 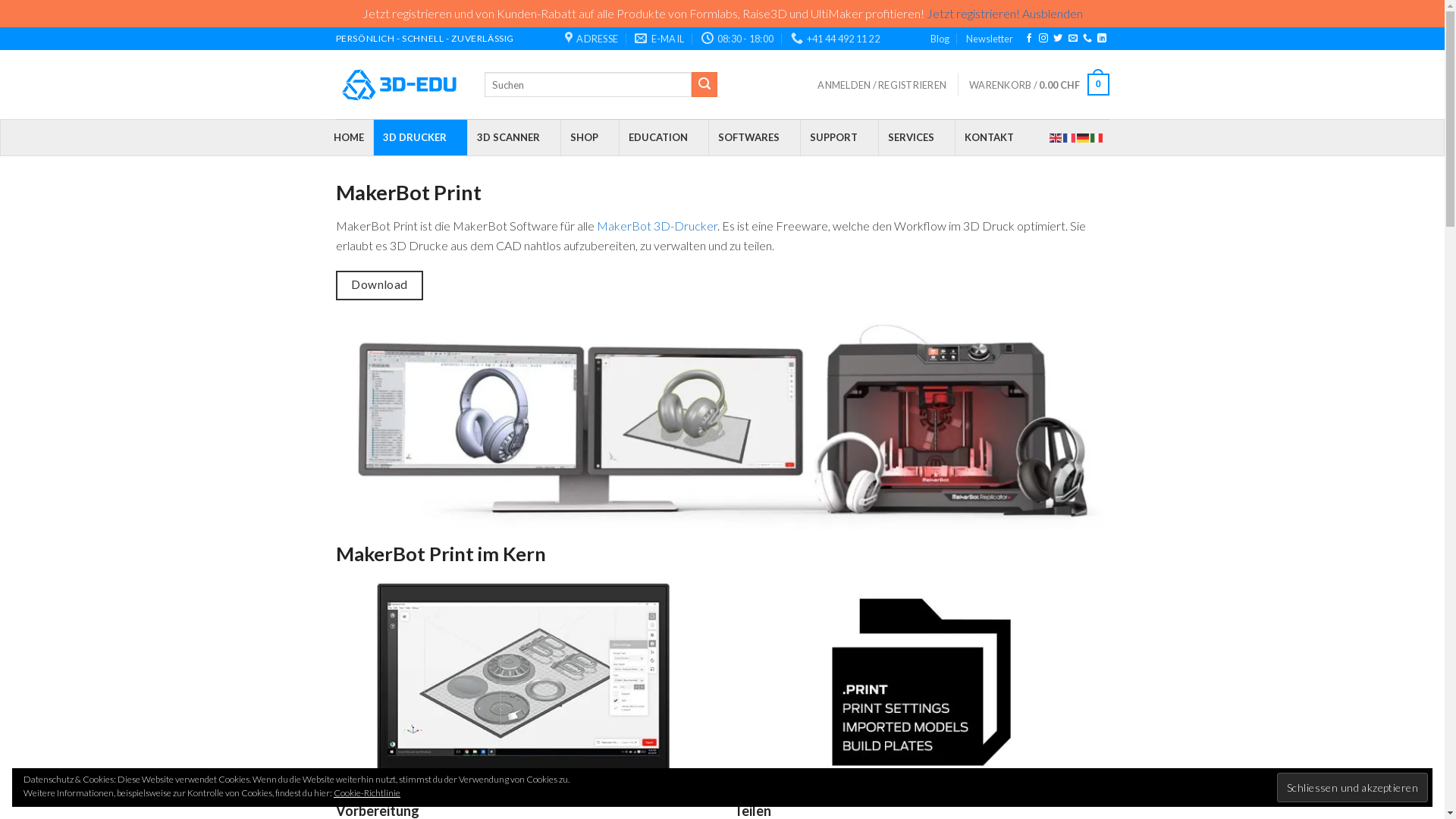 What do you see at coordinates (990, 37) in the screenshot?
I see `'Newsletter'` at bounding box center [990, 37].